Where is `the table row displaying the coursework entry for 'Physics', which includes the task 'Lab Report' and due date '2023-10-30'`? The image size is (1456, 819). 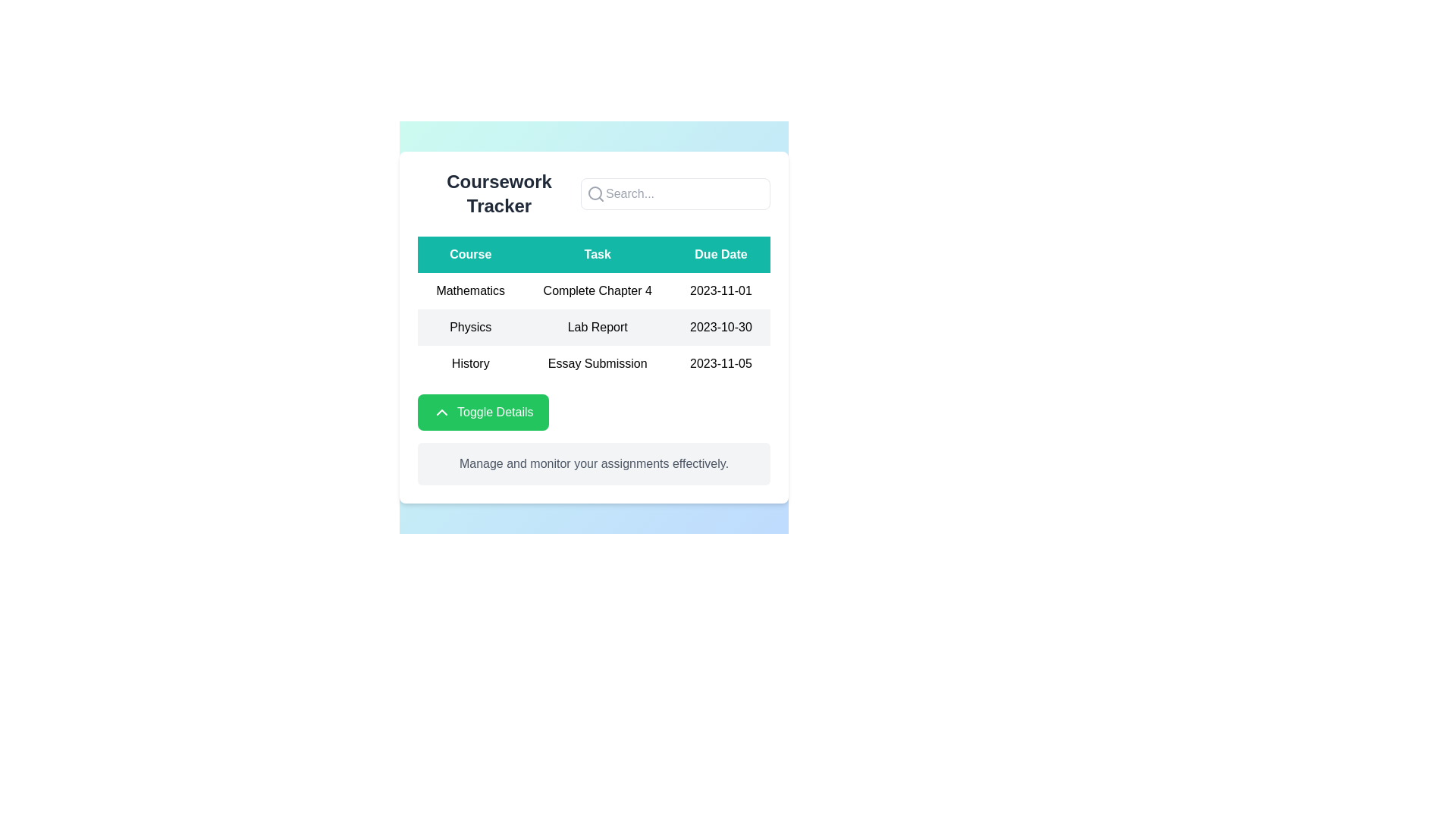 the table row displaying the coursework entry for 'Physics', which includes the task 'Lab Report' and due date '2023-10-30' is located at coordinates (593, 327).